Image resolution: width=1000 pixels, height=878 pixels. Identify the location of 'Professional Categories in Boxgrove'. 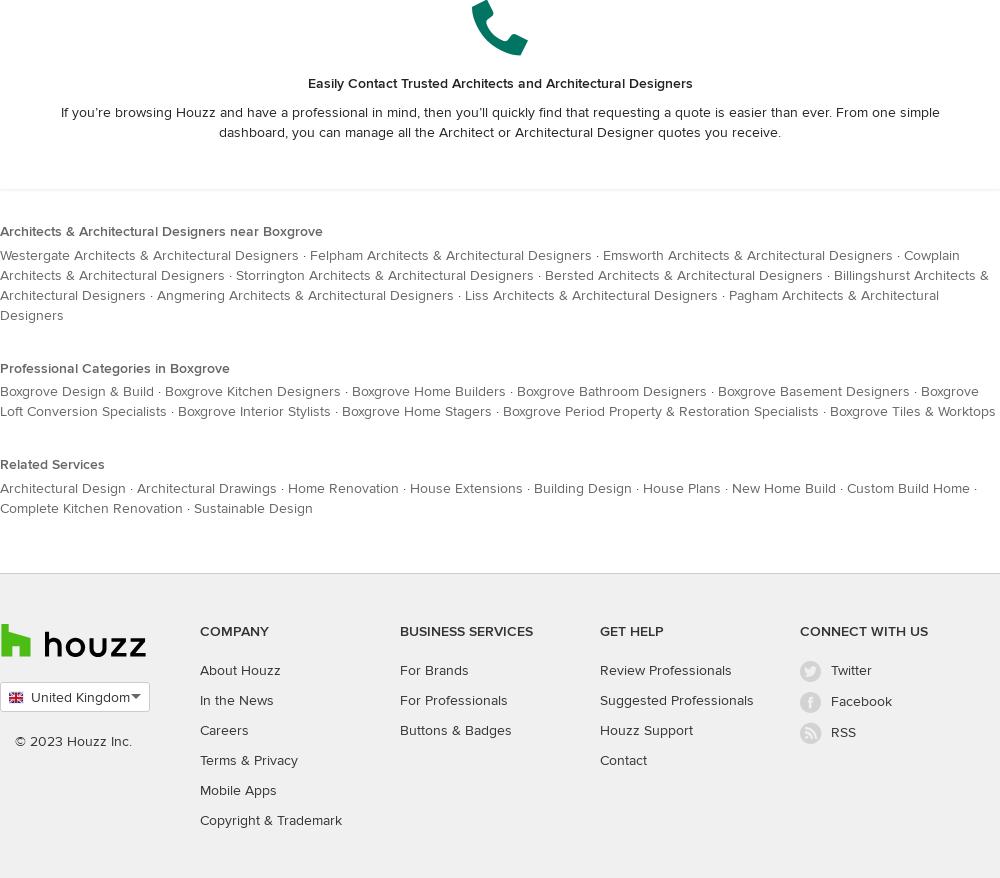
(114, 366).